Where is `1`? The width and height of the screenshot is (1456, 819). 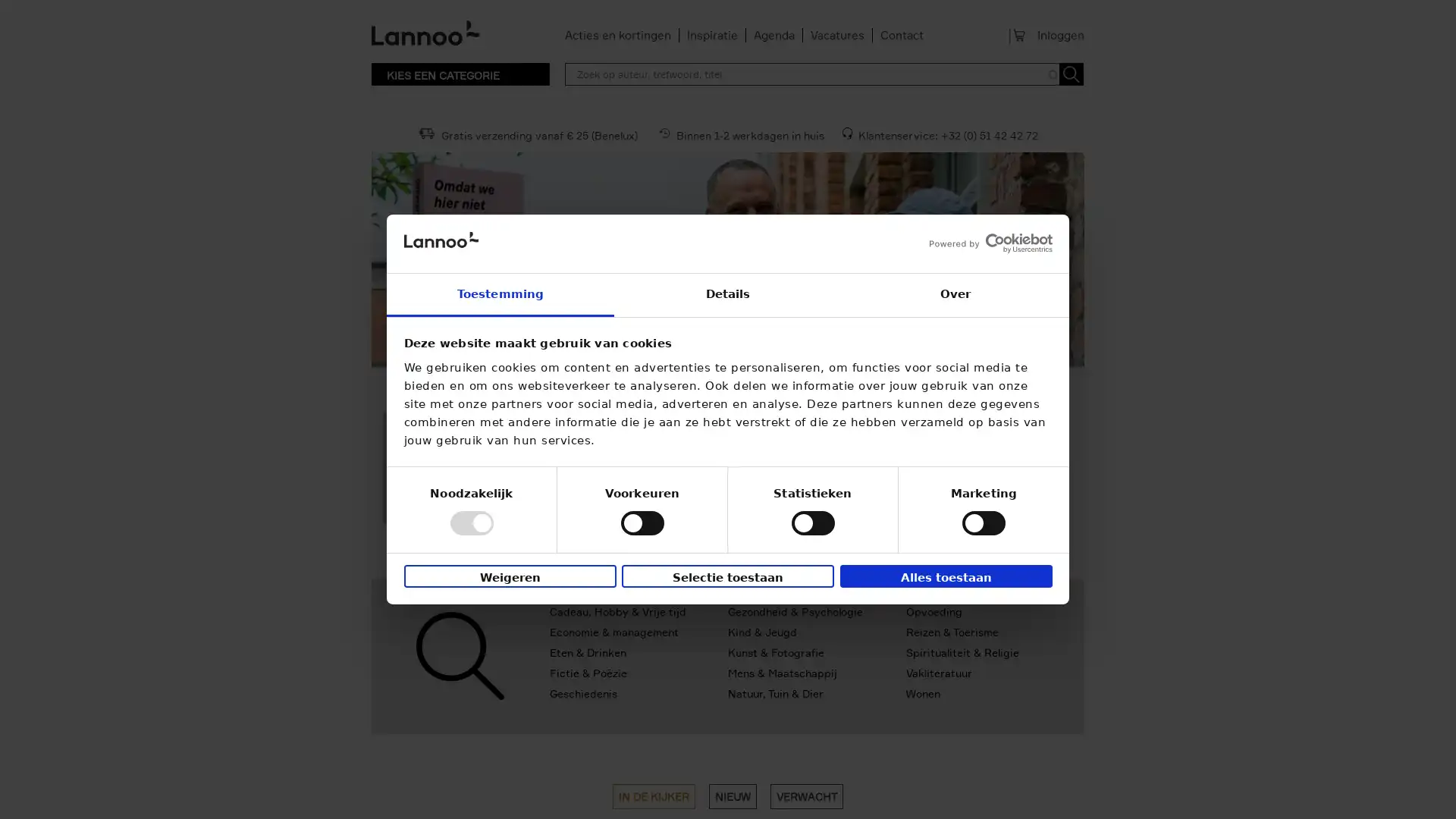
1 is located at coordinates (693, 351).